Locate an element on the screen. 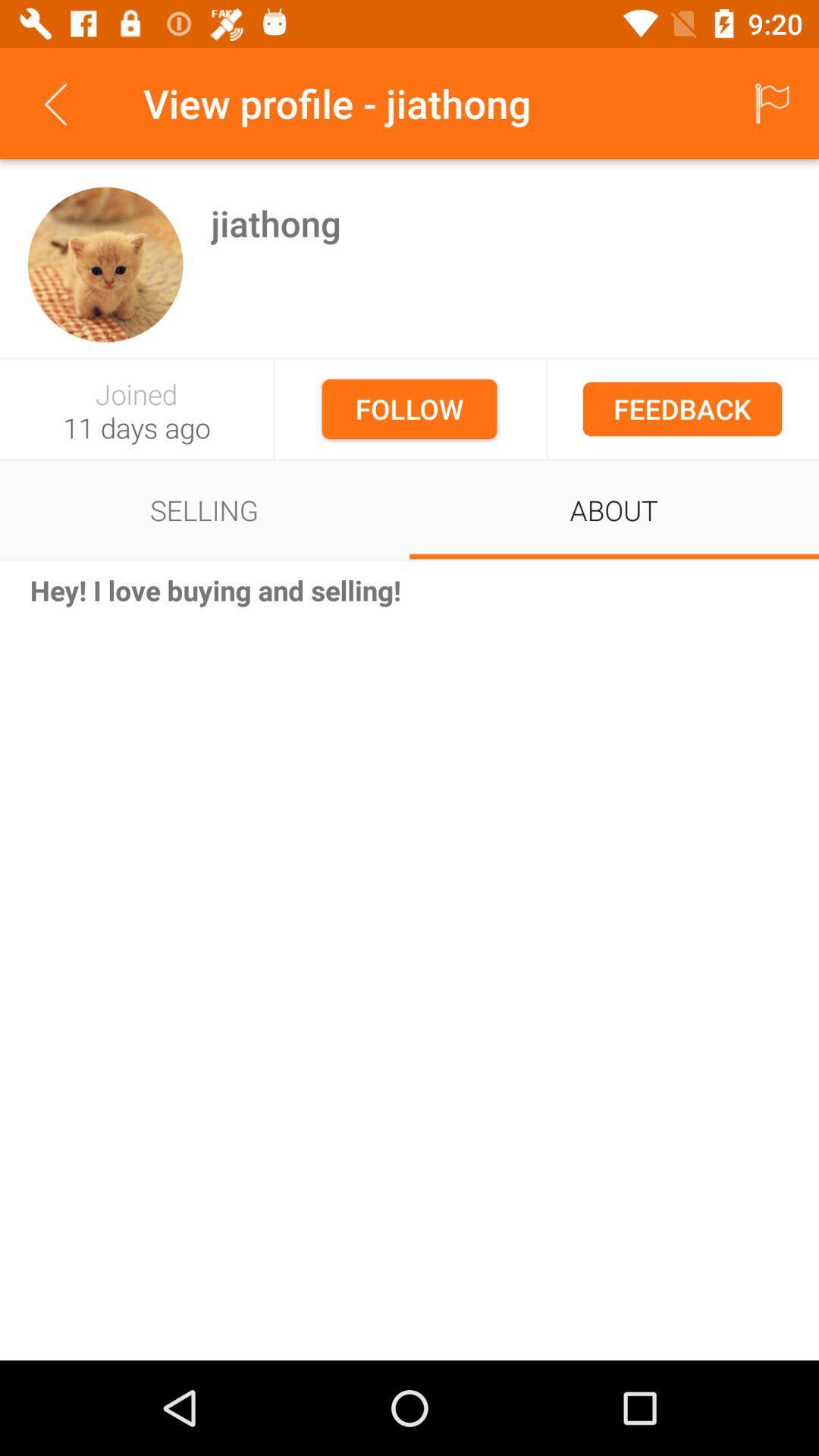  the item next to view profile - jiathong is located at coordinates (55, 102).